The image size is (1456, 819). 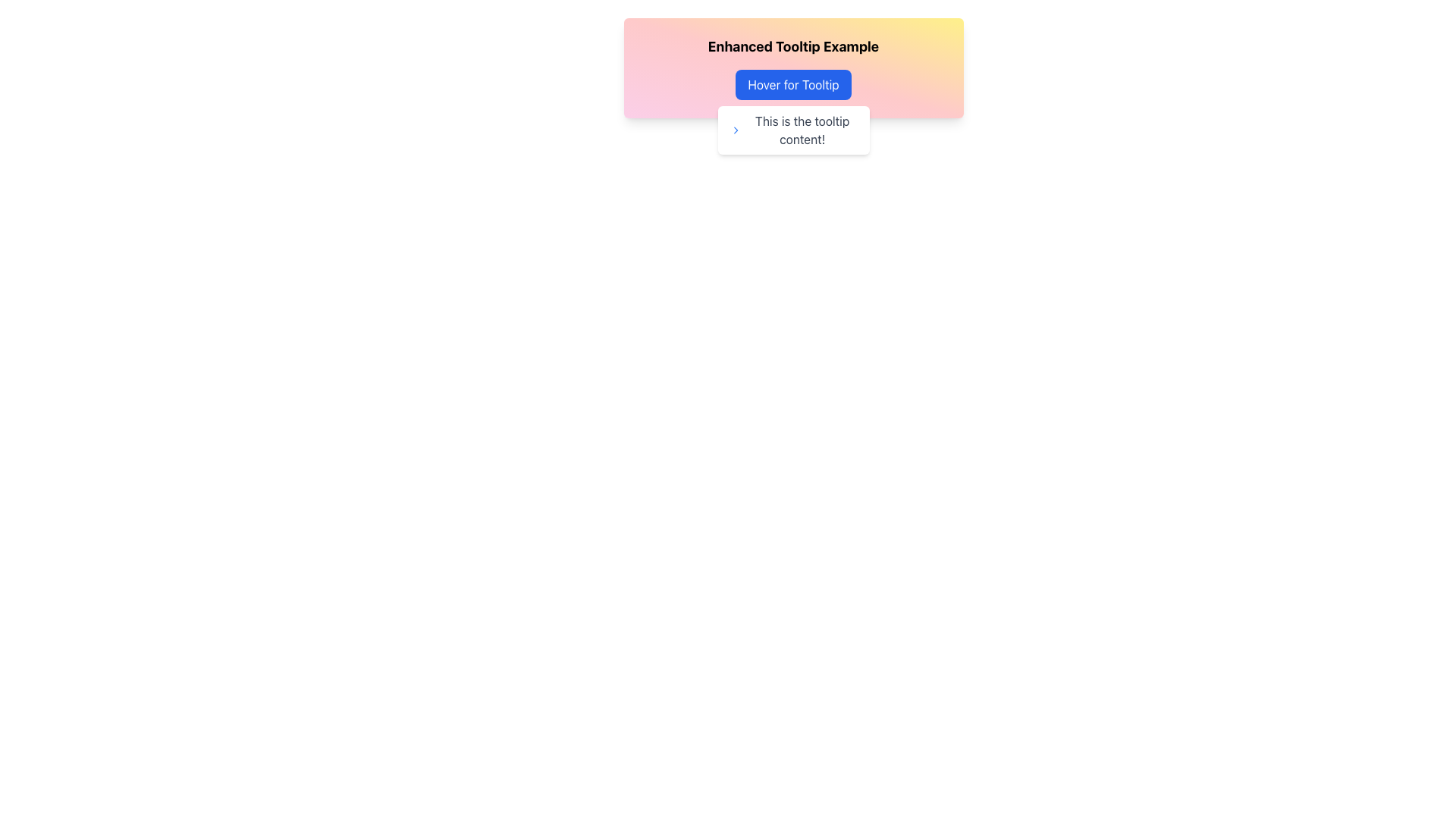 I want to click on the button that triggers a tooltip, located centrally beneath the 'Enhanced Tooltip Example' header text, so click(x=792, y=84).